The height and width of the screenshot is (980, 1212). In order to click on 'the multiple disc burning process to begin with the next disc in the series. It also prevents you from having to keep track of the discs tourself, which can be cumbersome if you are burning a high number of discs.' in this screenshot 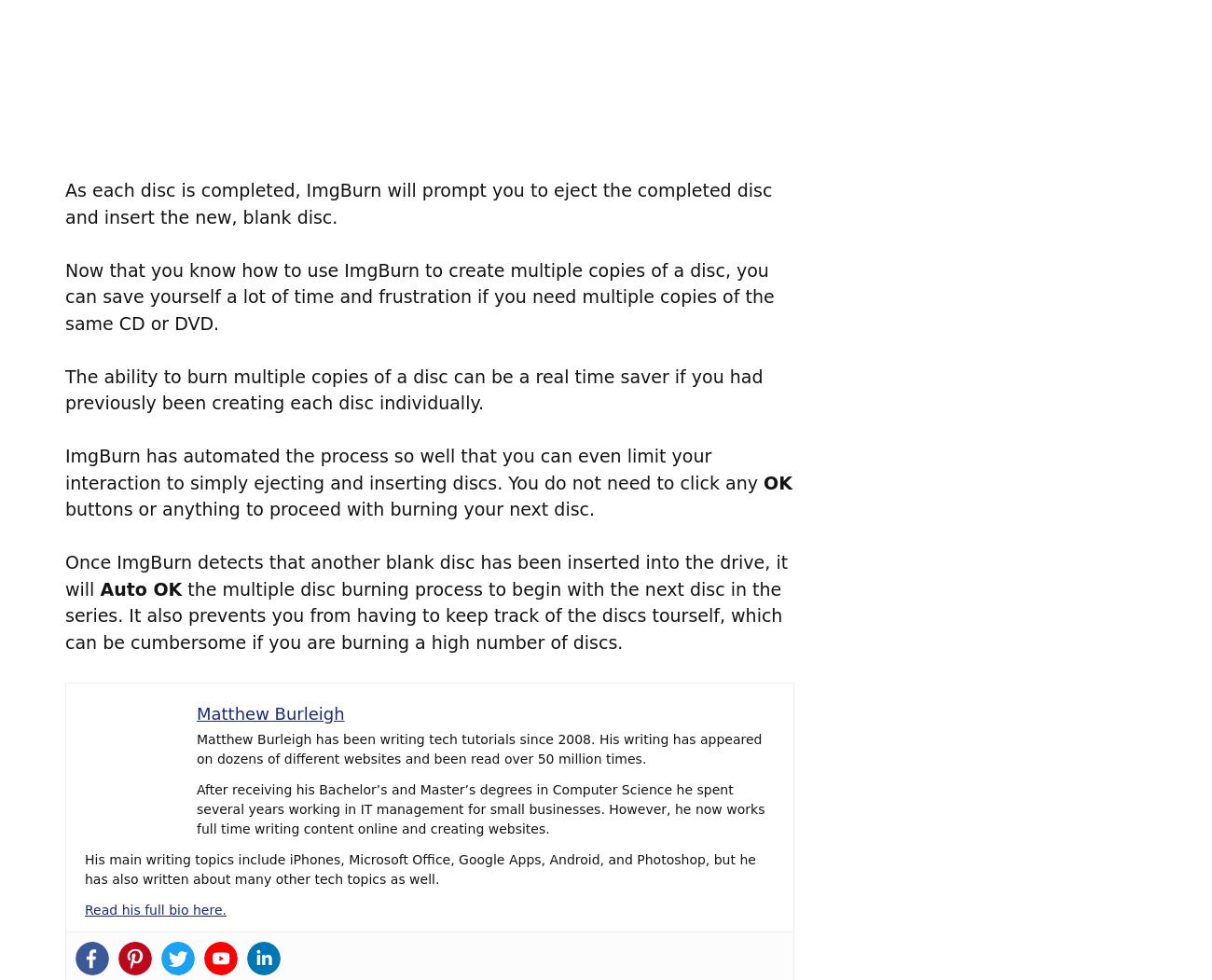, I will do `click(422, 614)`.